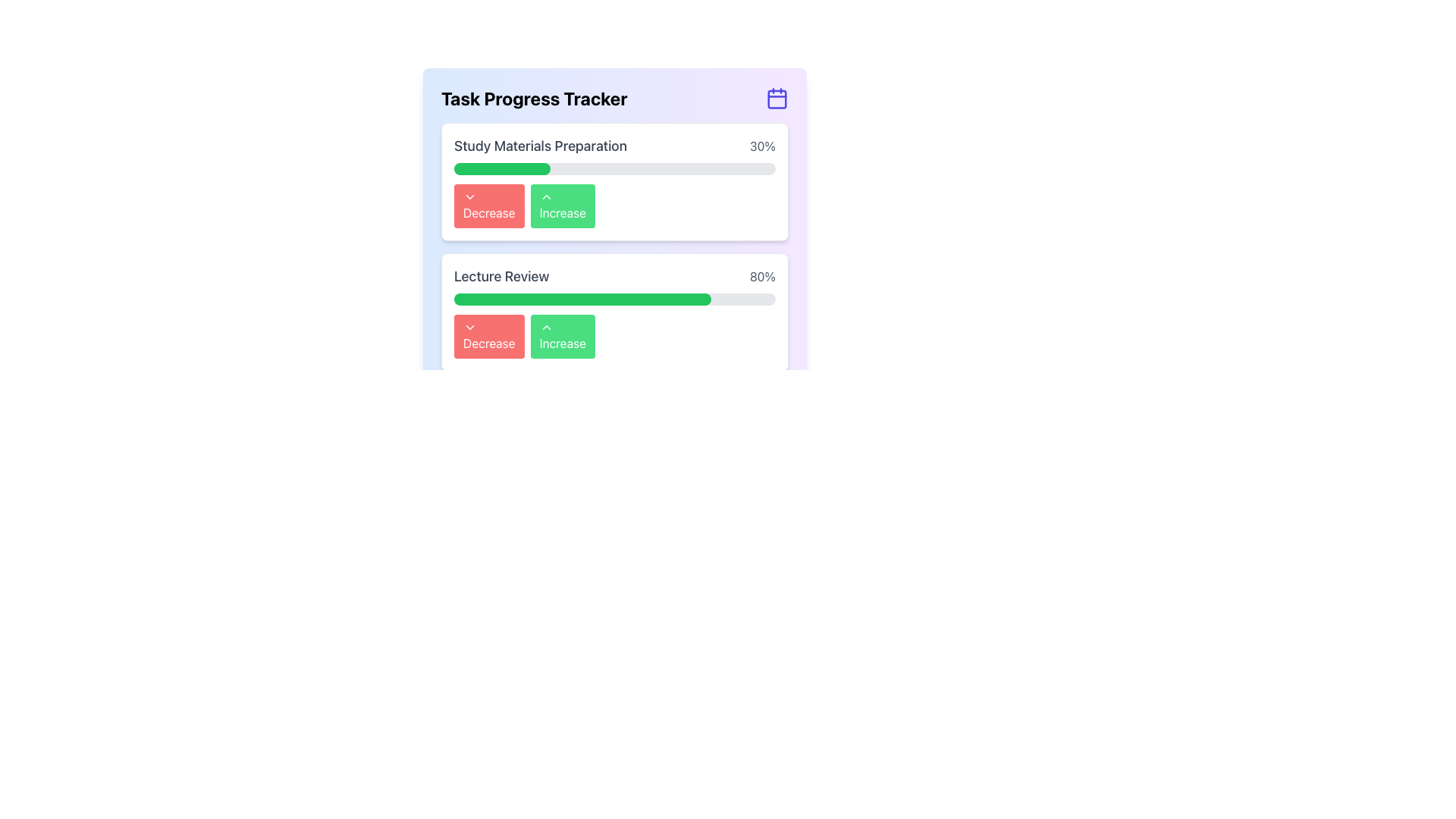 The height and width of the screenshot is (819, 1456). I want to click on the decrement button for the 'Study Materials Preparation' task to observe its hover effects, so click(489, 206).